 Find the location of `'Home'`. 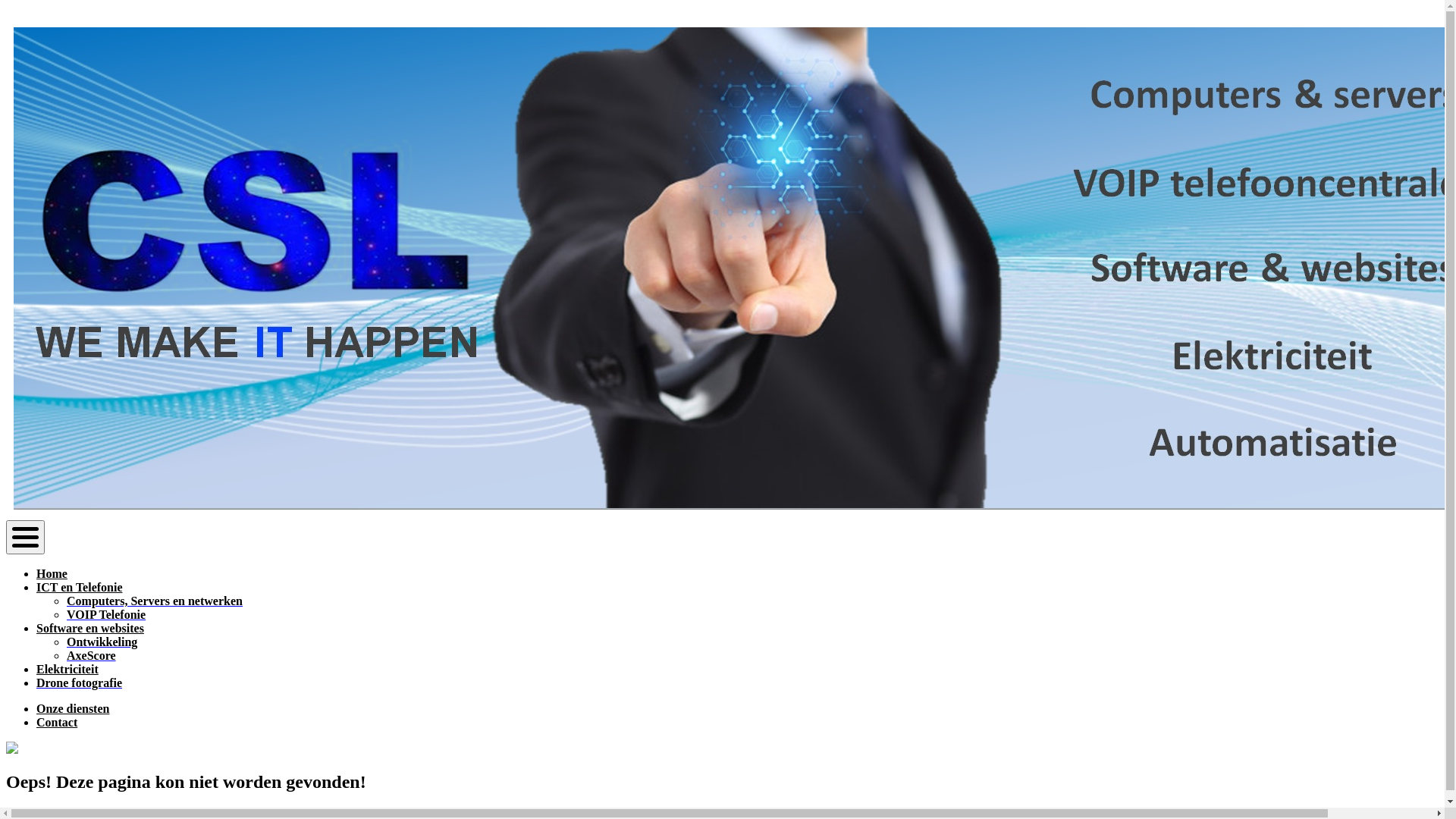

'Home' is located at coordinates (52, 573).